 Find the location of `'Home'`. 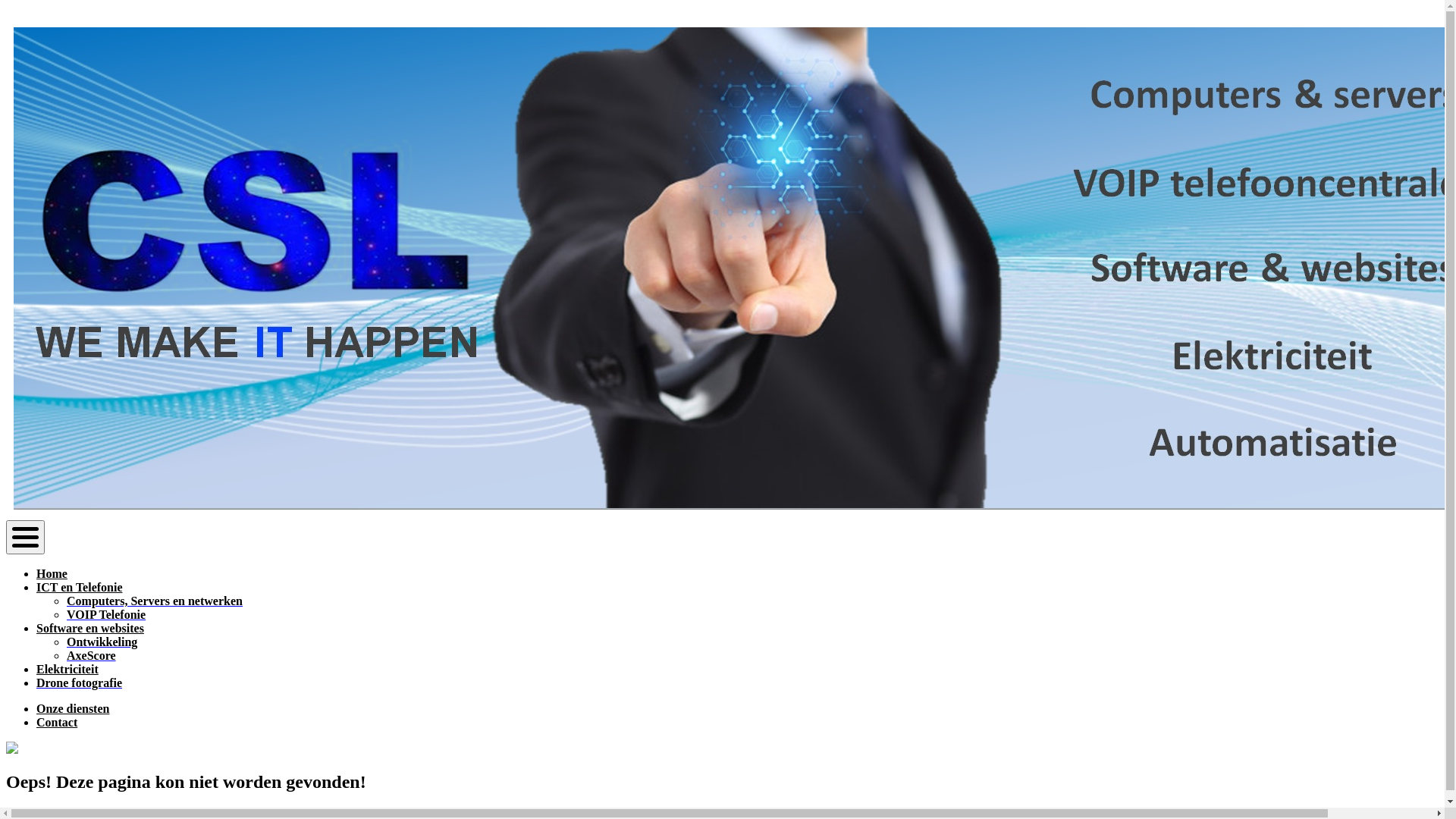

'Home' is located at coordinates (52, 573).